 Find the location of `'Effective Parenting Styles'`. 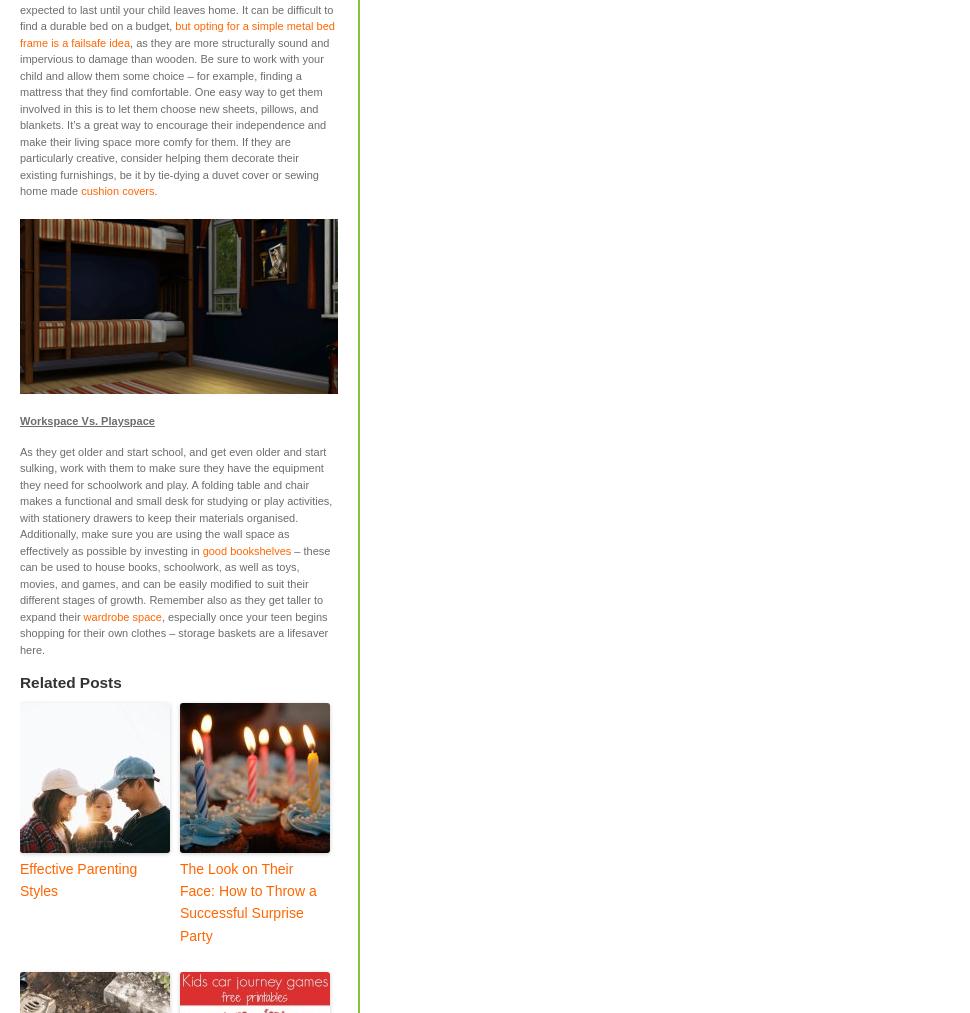

'Effective Parenting Styles' is located at coordinates (19, 877).